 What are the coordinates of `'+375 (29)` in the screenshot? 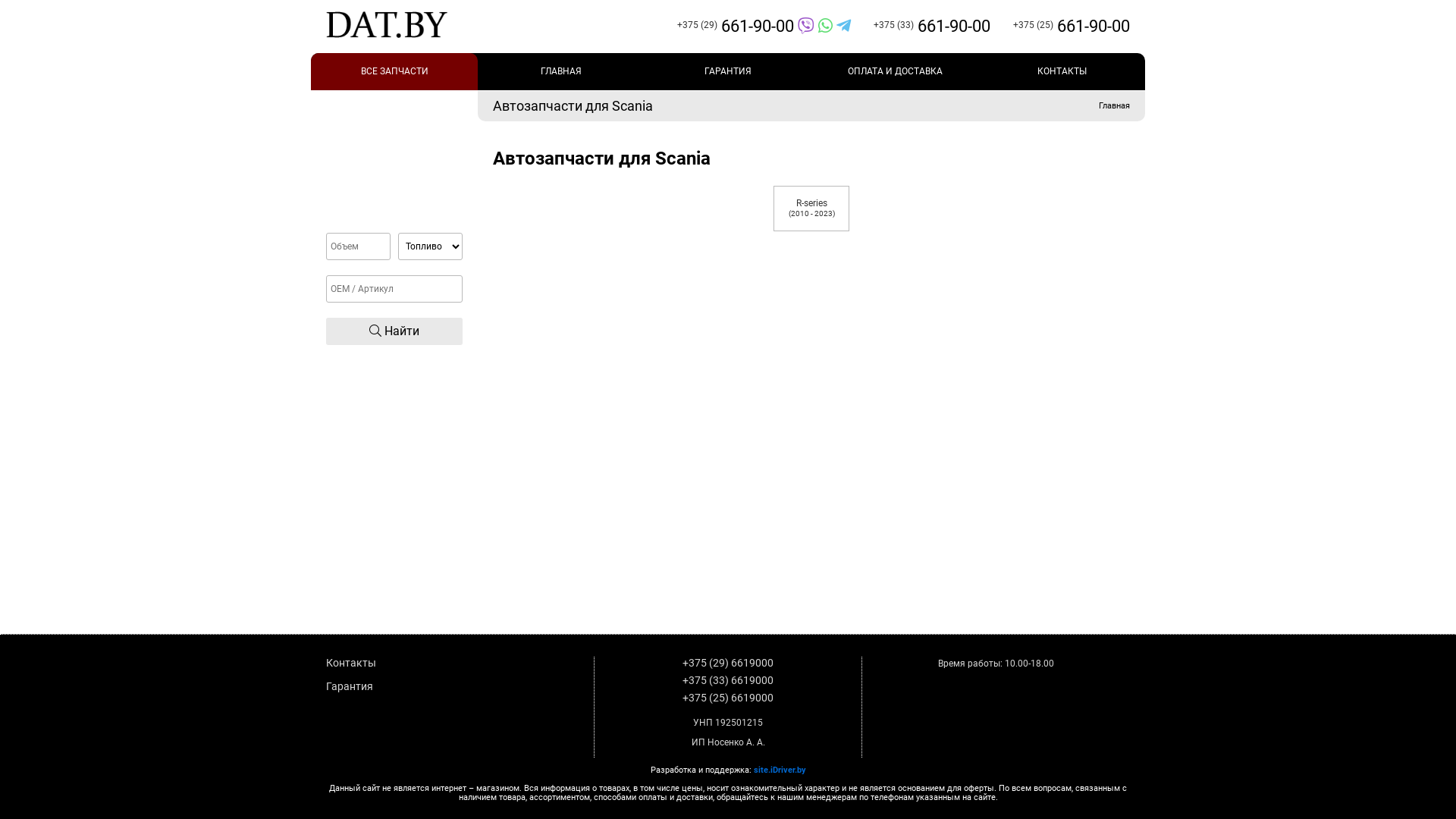 It's located at (752, 26).